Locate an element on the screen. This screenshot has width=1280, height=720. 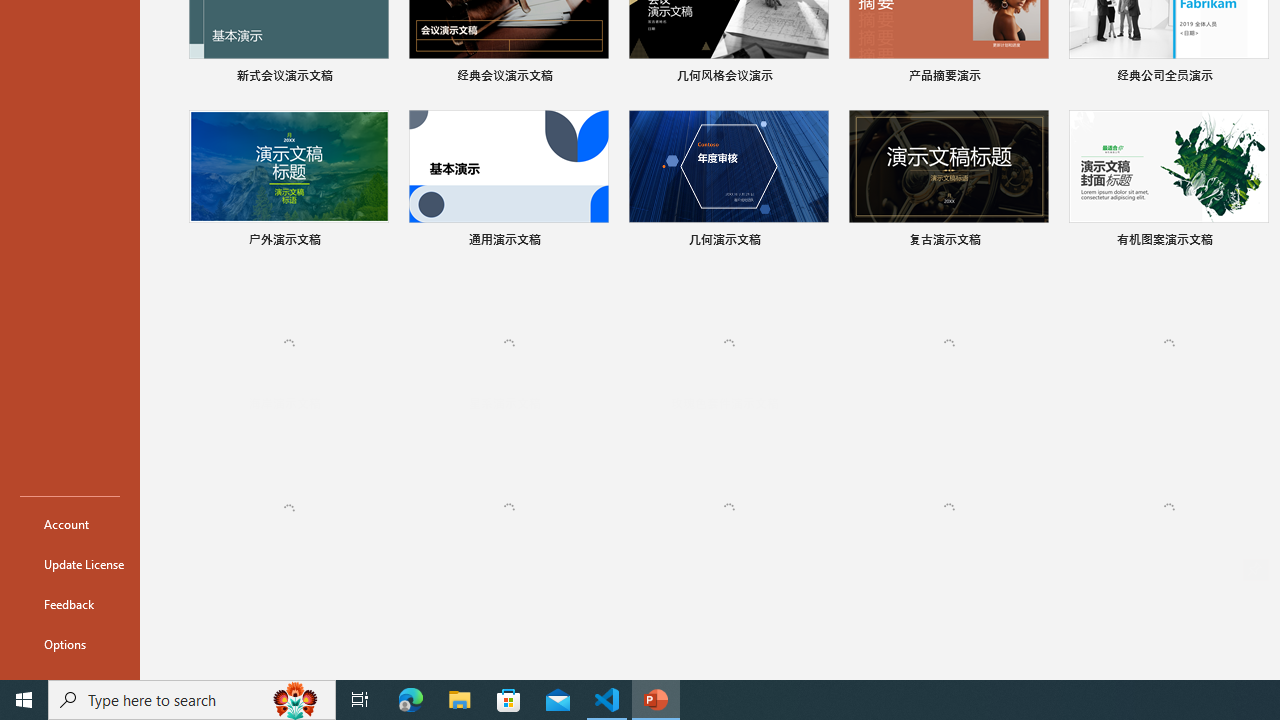
'Feedback' is located at coordinates (69, 603).